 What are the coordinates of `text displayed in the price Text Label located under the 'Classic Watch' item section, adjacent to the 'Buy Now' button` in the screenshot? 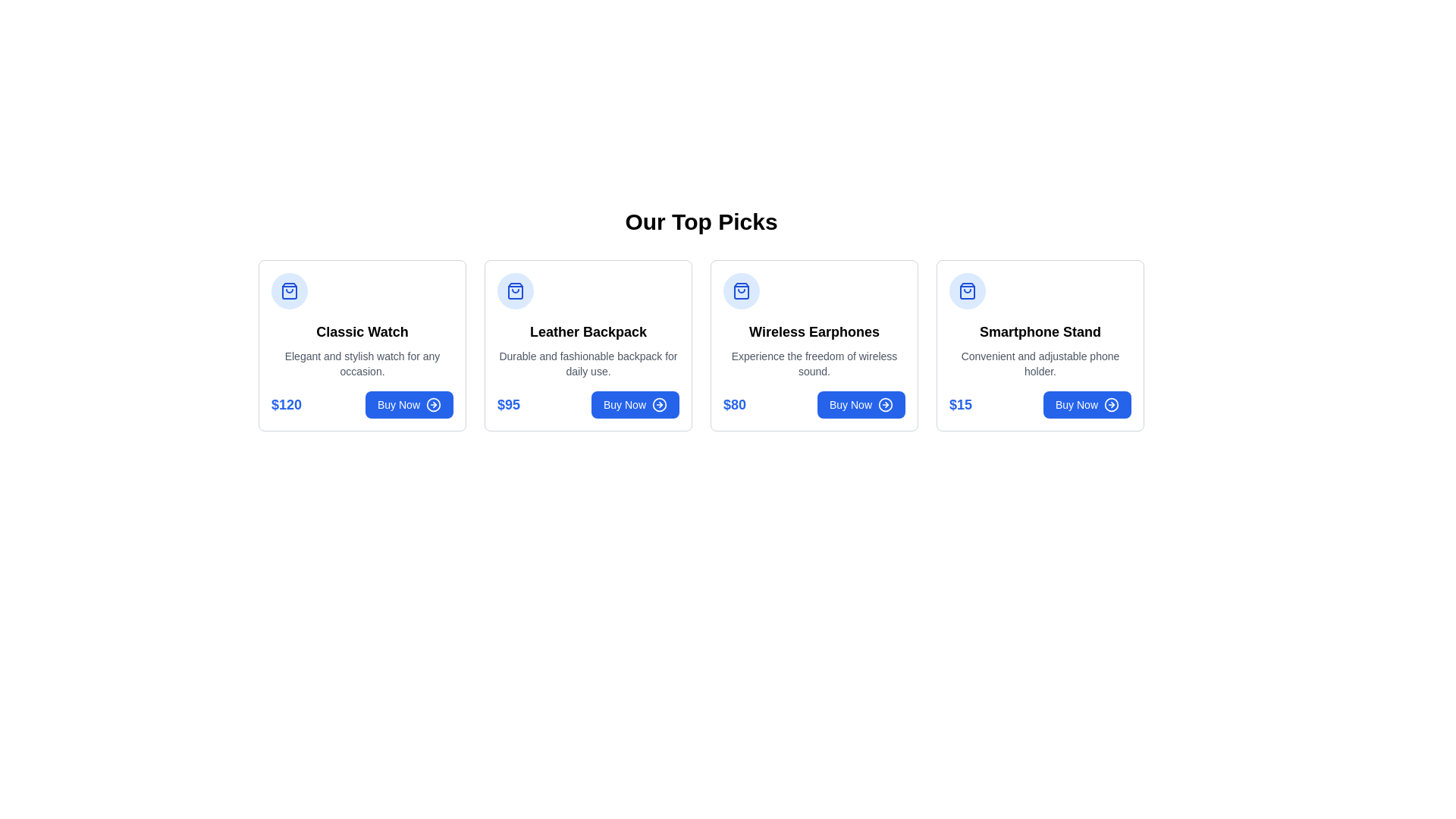 It's located at (287, 403).